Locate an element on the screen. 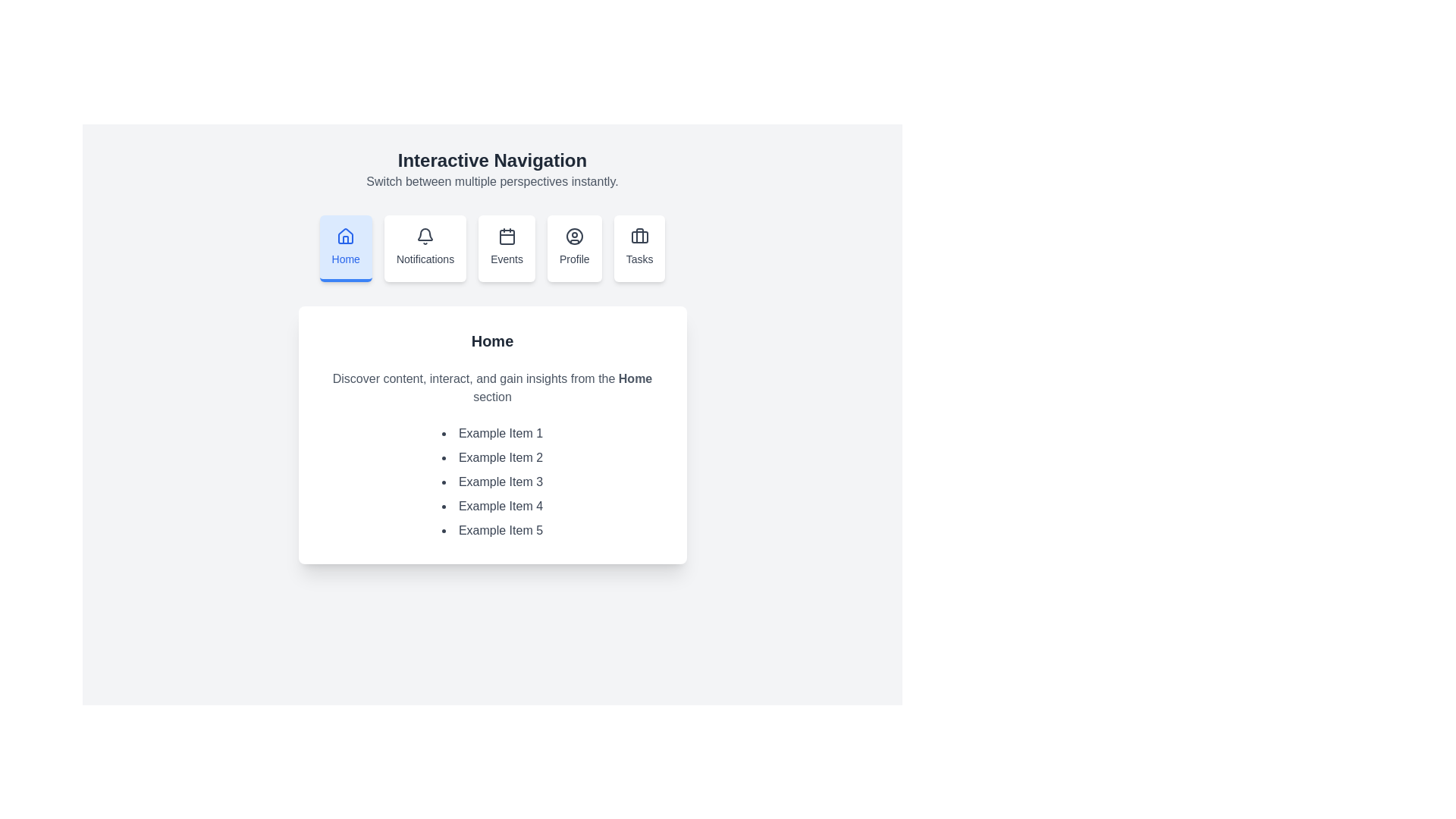 This screenshot has width=1456, height=819. the 'Home' icon located in the top-left corner of the navigation menu bar, which allows access to the main dashboard is located at coordinates (345, 236).